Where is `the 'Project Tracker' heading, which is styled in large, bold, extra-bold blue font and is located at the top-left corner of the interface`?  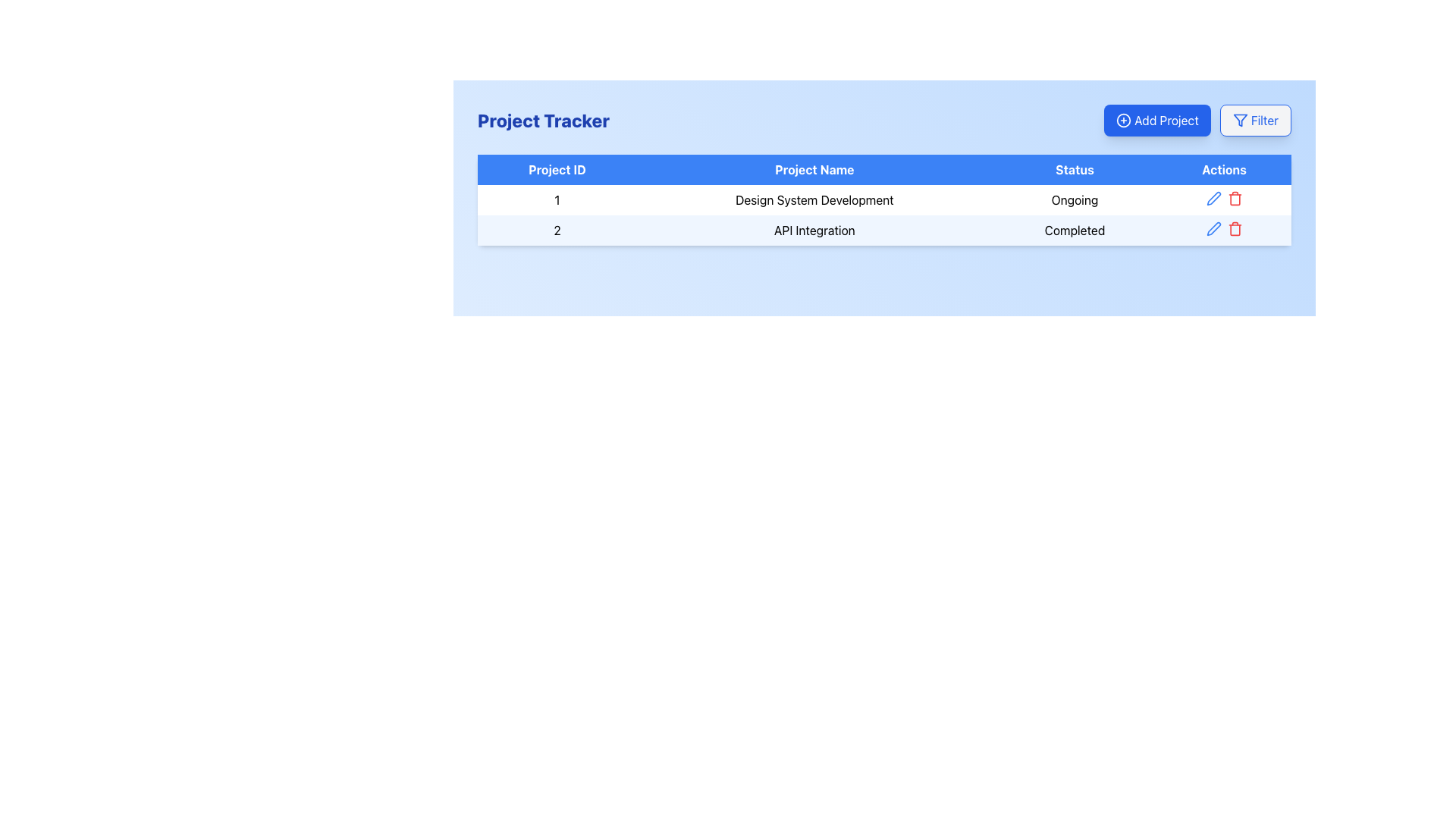
the 'Project Tracker' heading, which is styled in large, bold, extra-bold blue font and is located at the top-left corner of the interface is located at coordinates (543, 119).